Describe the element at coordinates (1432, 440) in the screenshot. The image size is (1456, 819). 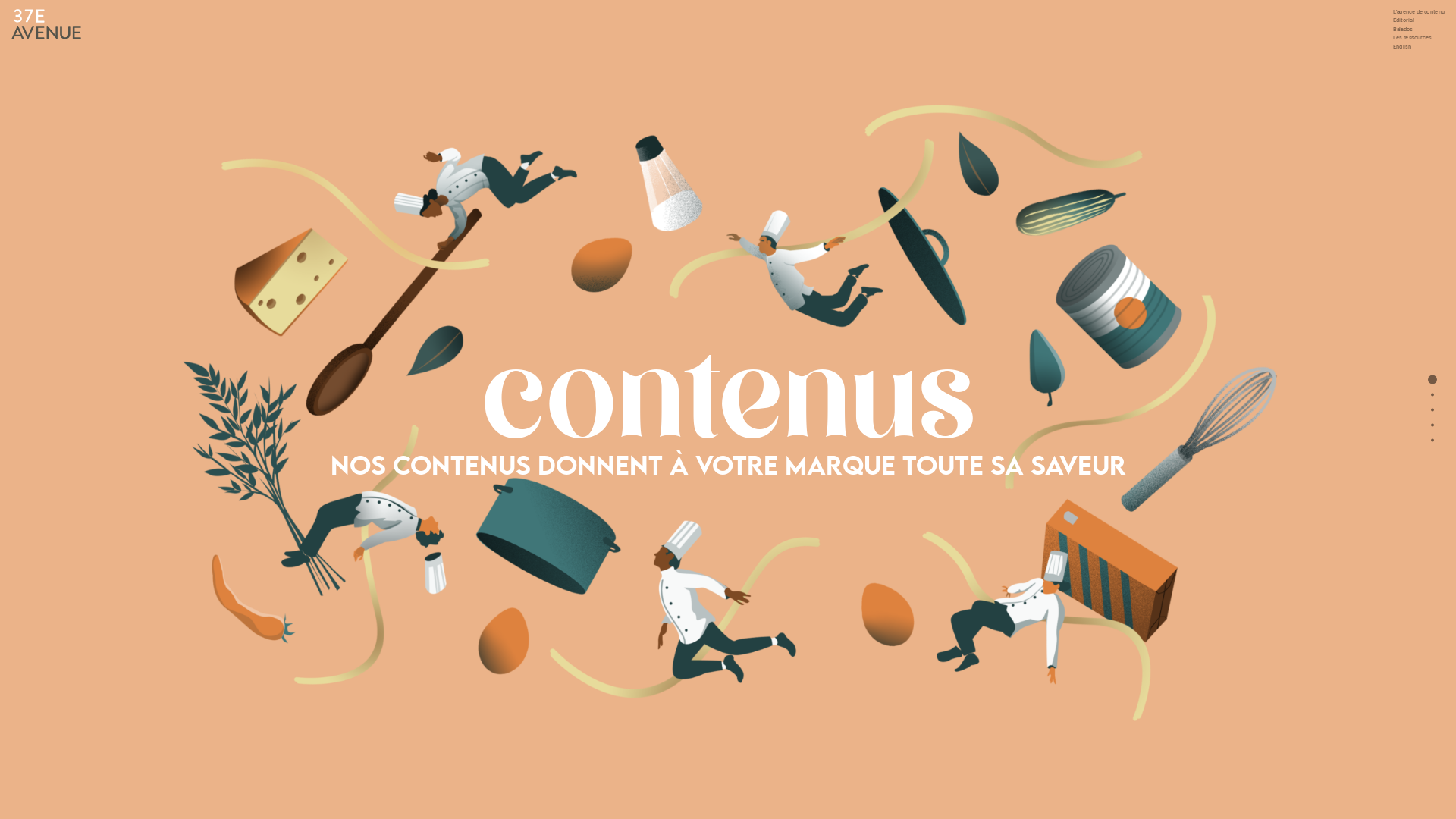
I see `'Menu'` at that location.